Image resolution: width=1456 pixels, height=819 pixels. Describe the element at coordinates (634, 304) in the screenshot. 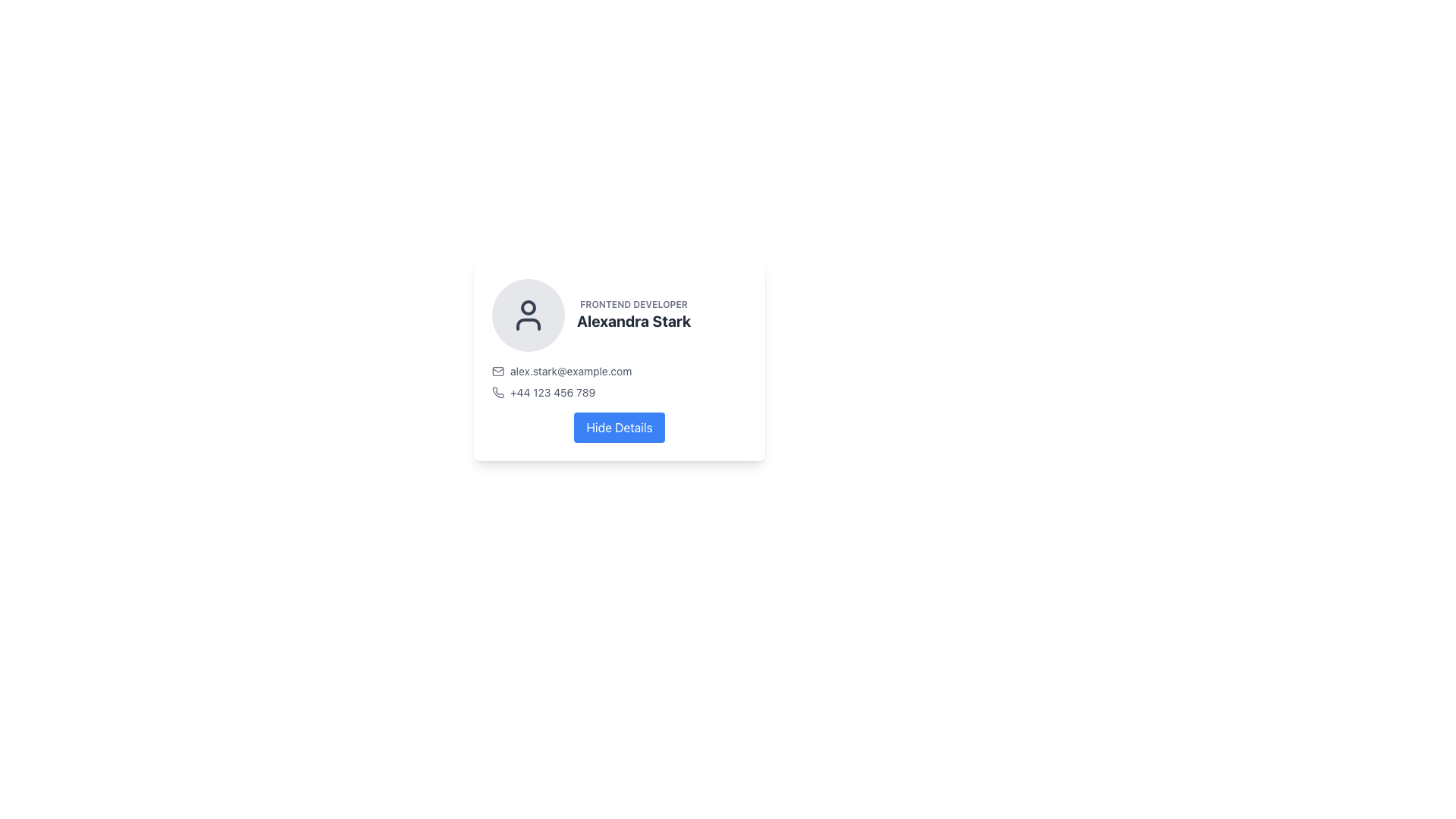

I see `the text label indicating the user's role as 'Frontend Developer' located at the top of the profile card interface, above the name 'Alexandra Stark'` at that location.